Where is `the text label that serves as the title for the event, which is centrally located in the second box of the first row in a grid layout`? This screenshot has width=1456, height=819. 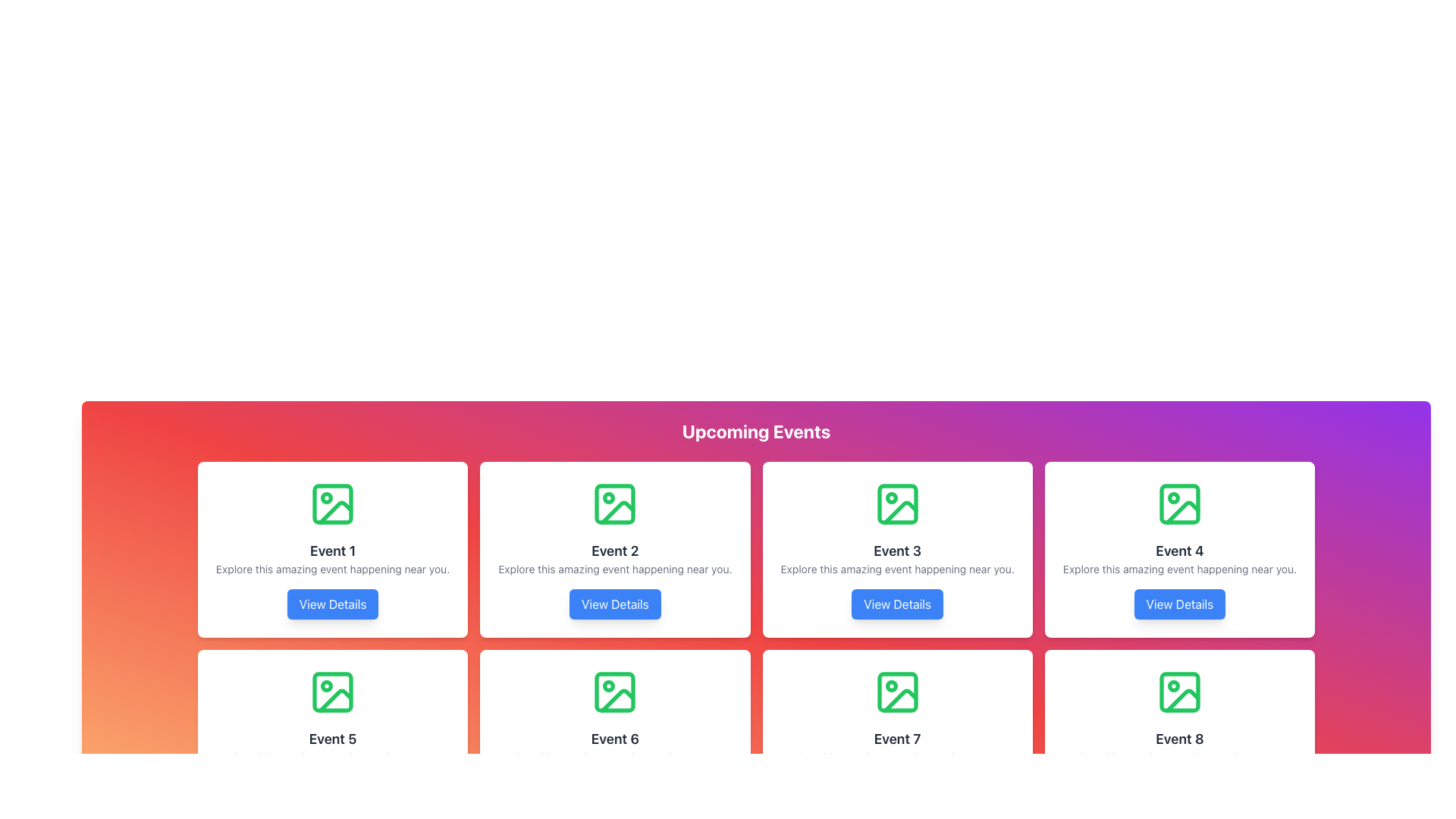 the text label that serves as the title for the event, which is centrally located in the second box of the first row in a grid layout is located at coordinates (615, 551).